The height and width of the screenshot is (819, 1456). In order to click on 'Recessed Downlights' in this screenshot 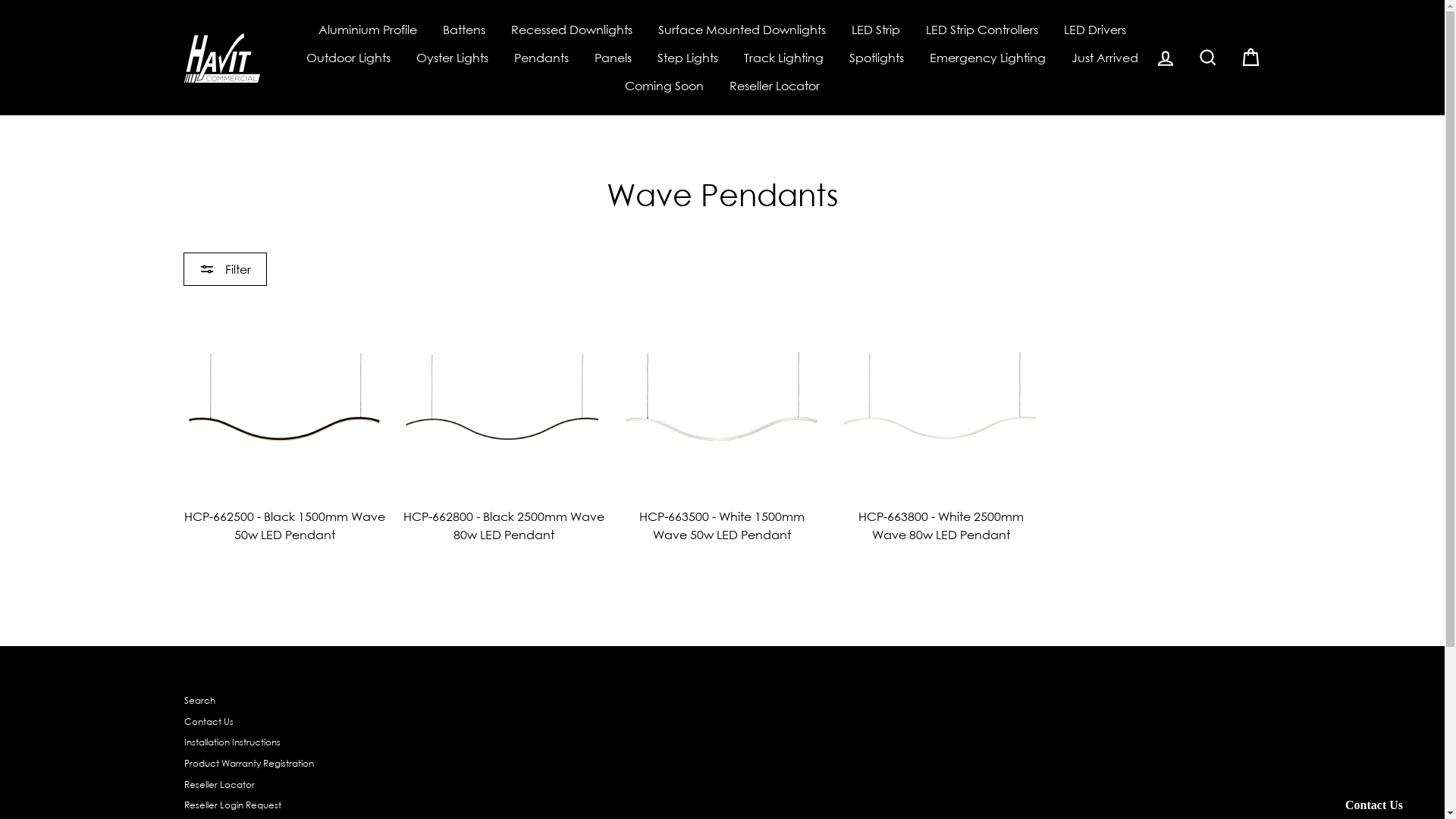, I will do `click(499, 29)`.